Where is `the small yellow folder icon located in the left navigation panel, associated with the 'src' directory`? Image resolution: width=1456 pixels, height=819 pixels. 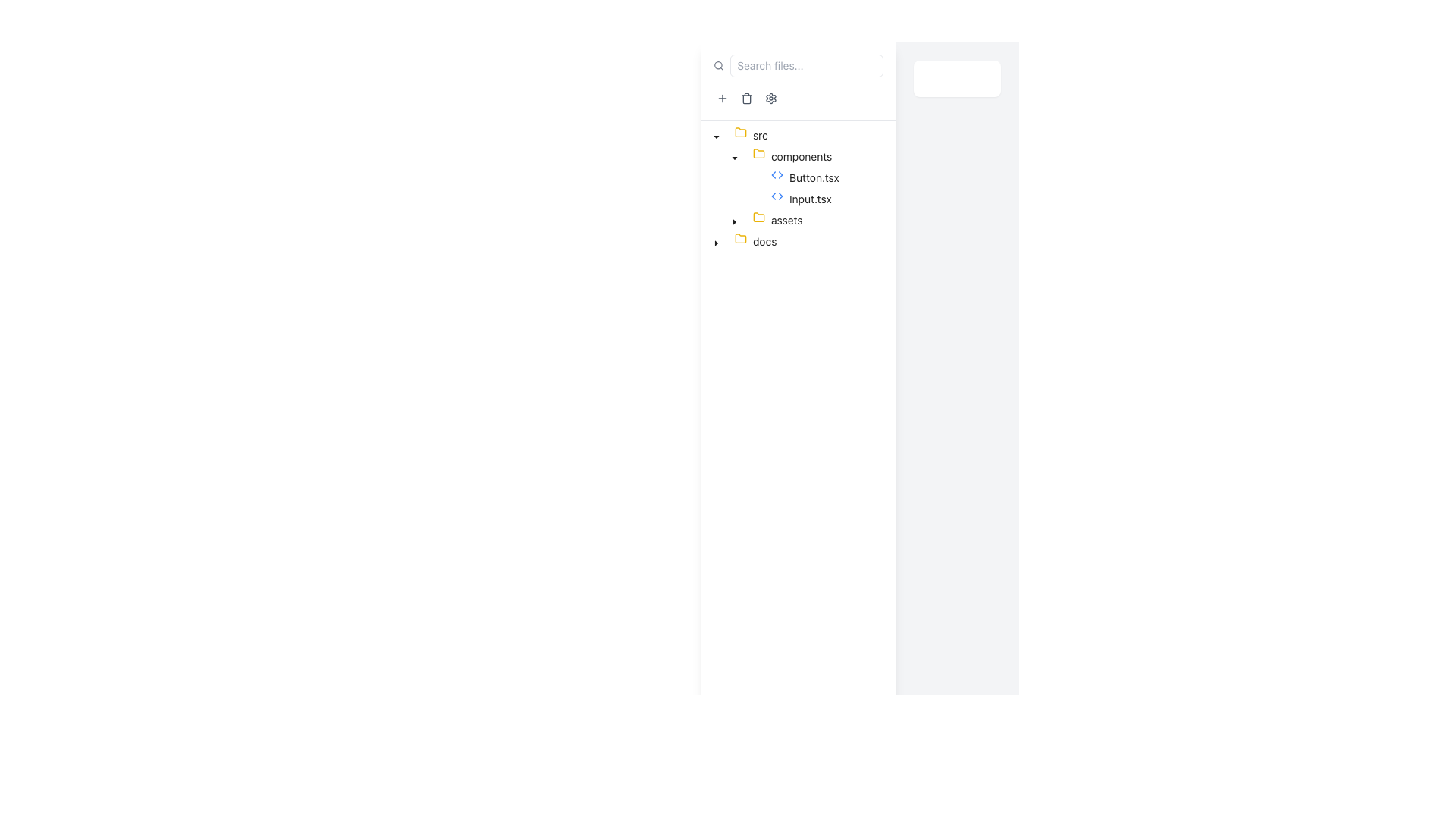
the small yellow folder icon located in the left navigation panel, associated with the 'src' directory is located at coordinates (741, 131).